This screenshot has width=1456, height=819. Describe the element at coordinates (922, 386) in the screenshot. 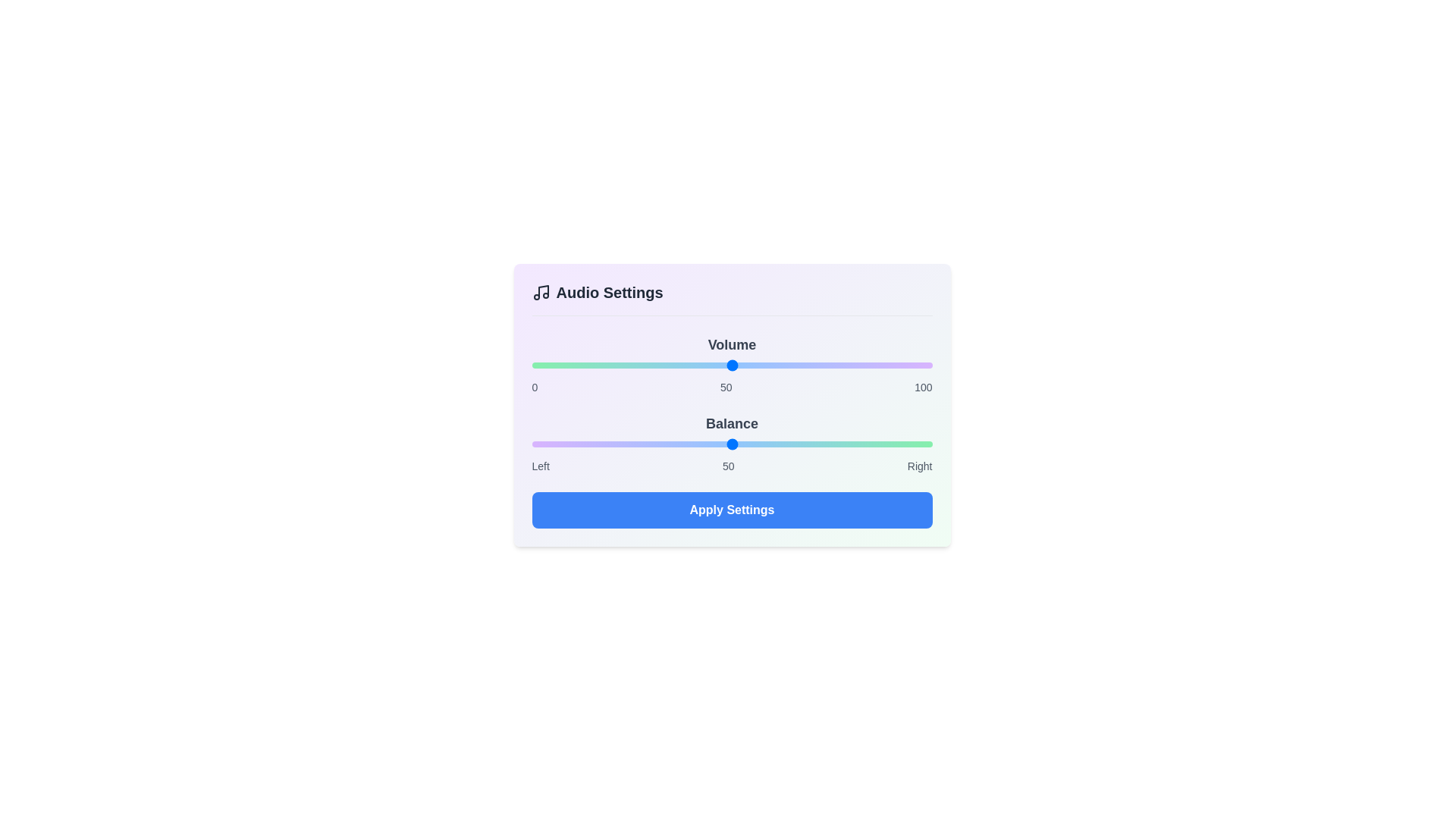

I see `the static text label displaying the number '100', which is styled in gray and positioned at the right end of the 'Volume' slider section` at that location.